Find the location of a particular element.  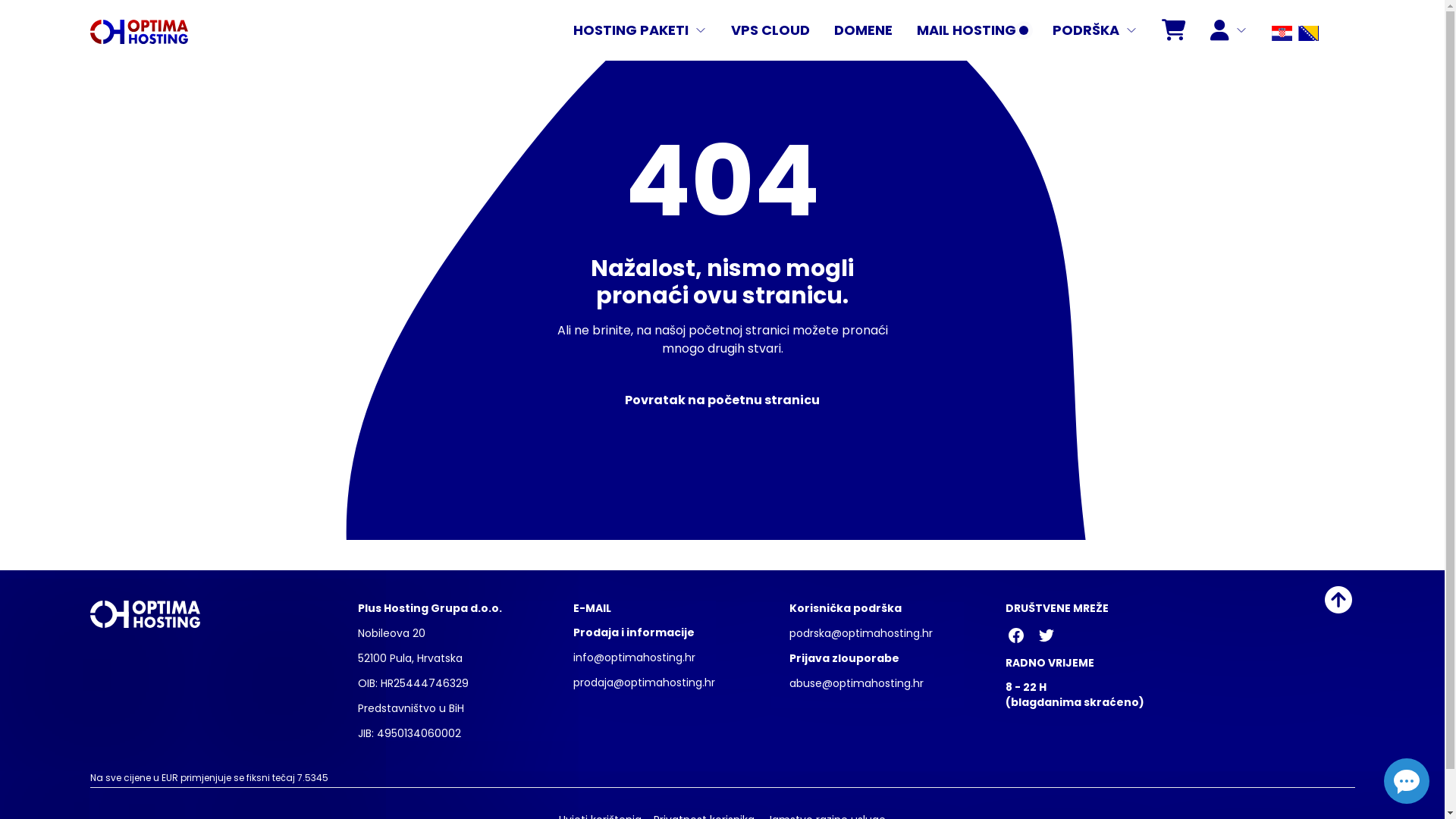

'Facebook' is located at coordinates (1015, 635).